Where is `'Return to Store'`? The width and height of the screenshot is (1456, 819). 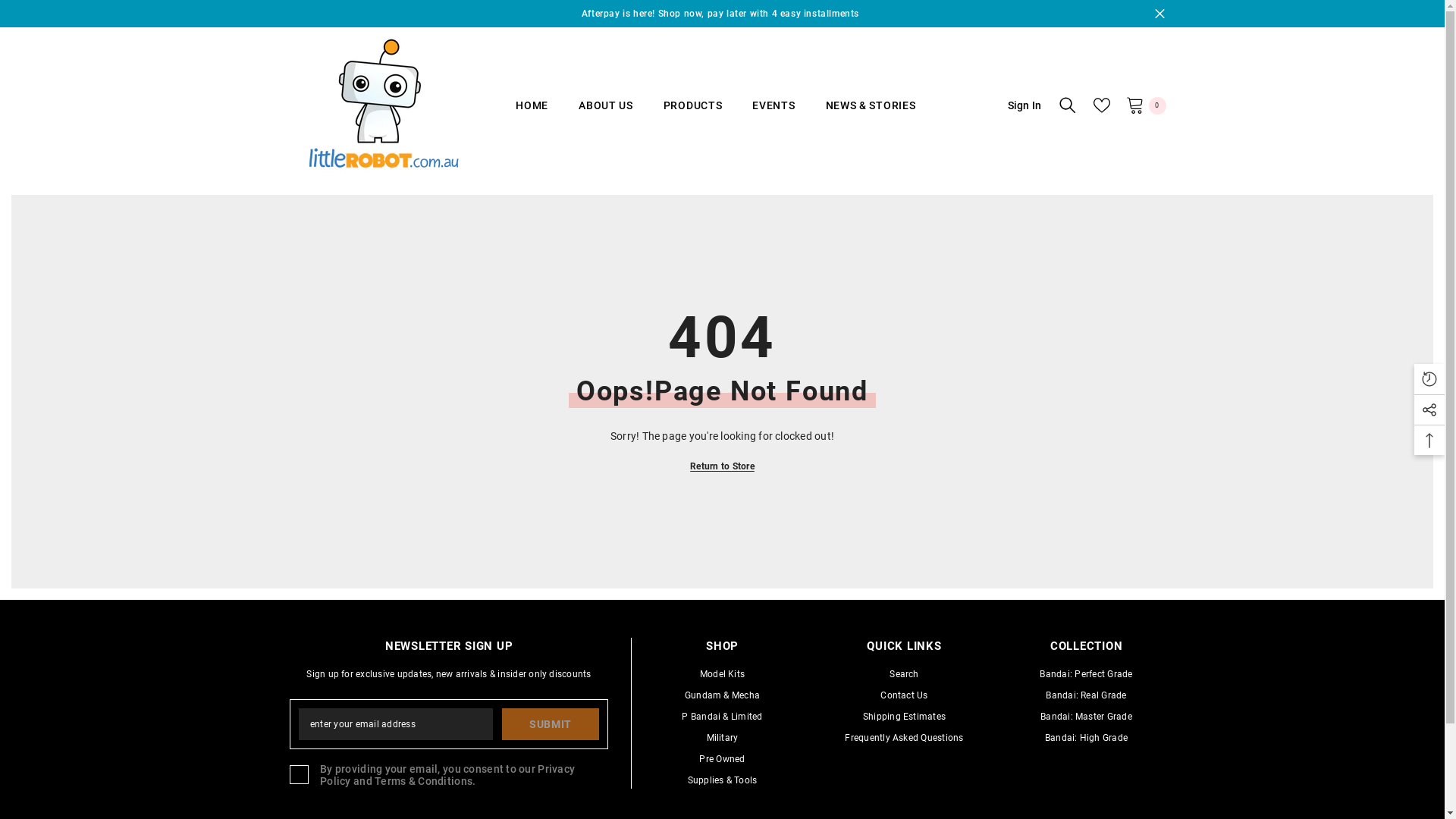
'Return to Store' is located at coordinates (721, 465).